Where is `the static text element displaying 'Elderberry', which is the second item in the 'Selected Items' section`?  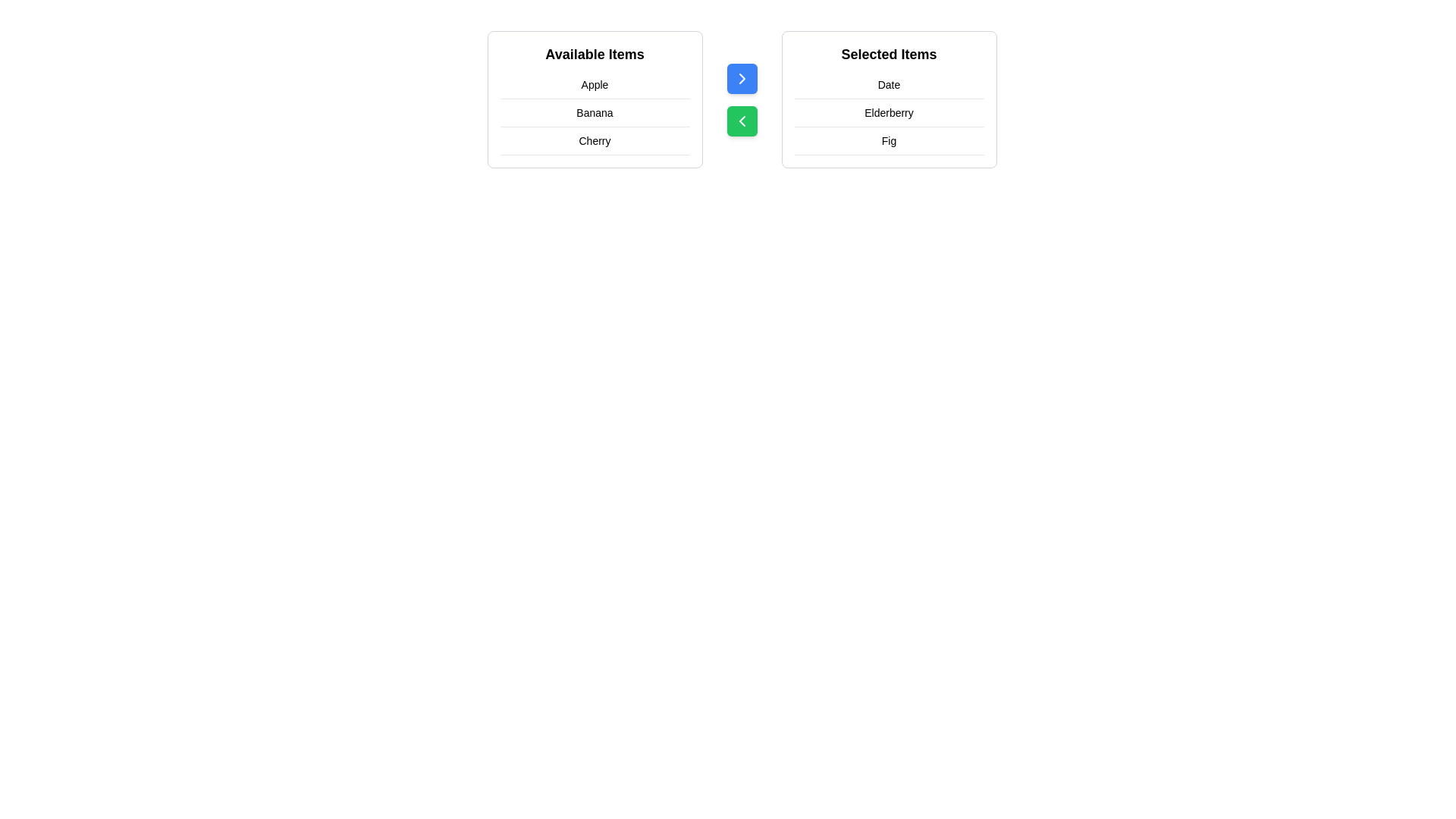 the static text element displaying 'Elderberry', which is the second item in the 'Selected Items' section is located at coordinates (889, 112).